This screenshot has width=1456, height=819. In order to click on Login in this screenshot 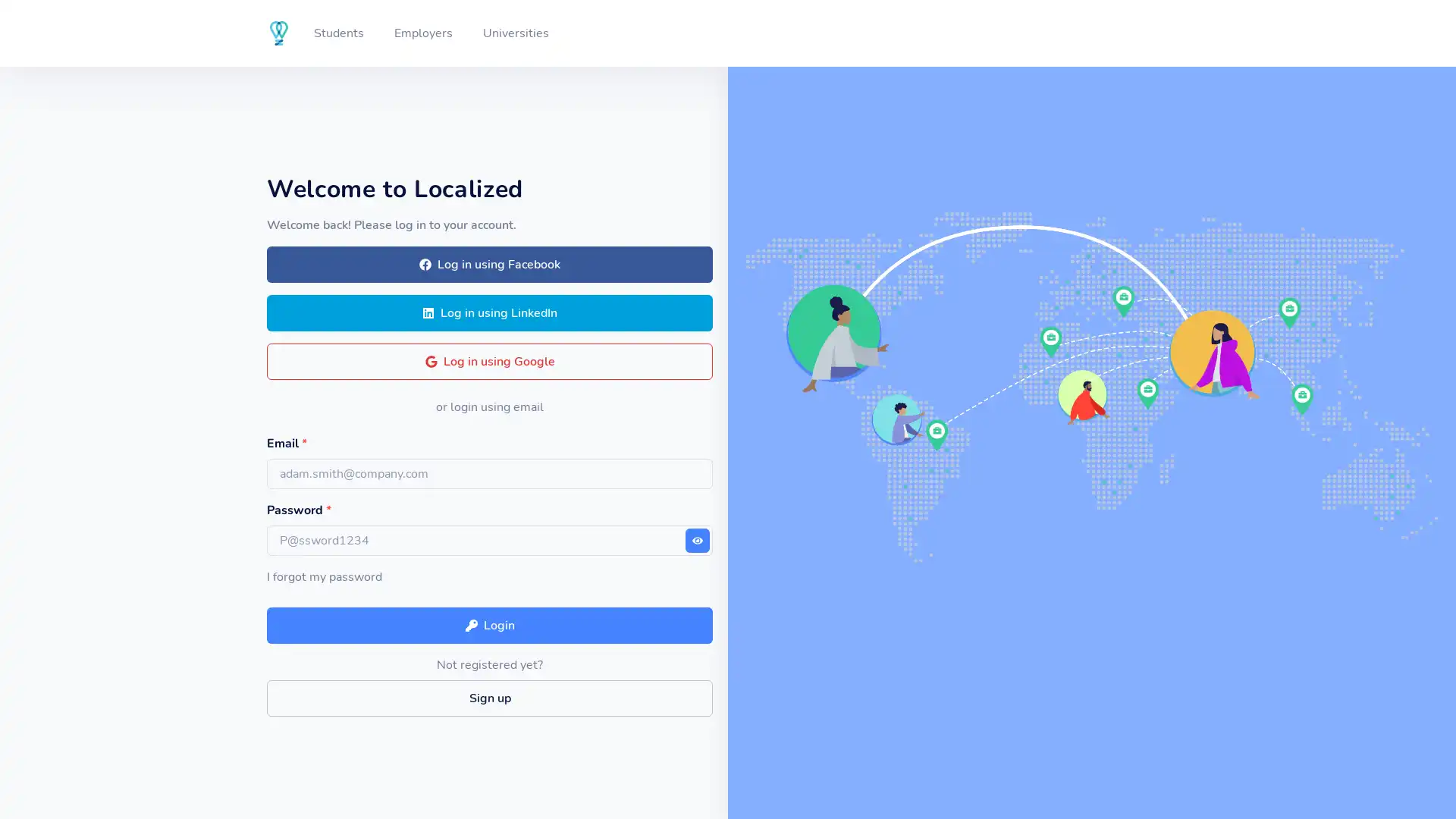, I will do `click(490, 626)`.